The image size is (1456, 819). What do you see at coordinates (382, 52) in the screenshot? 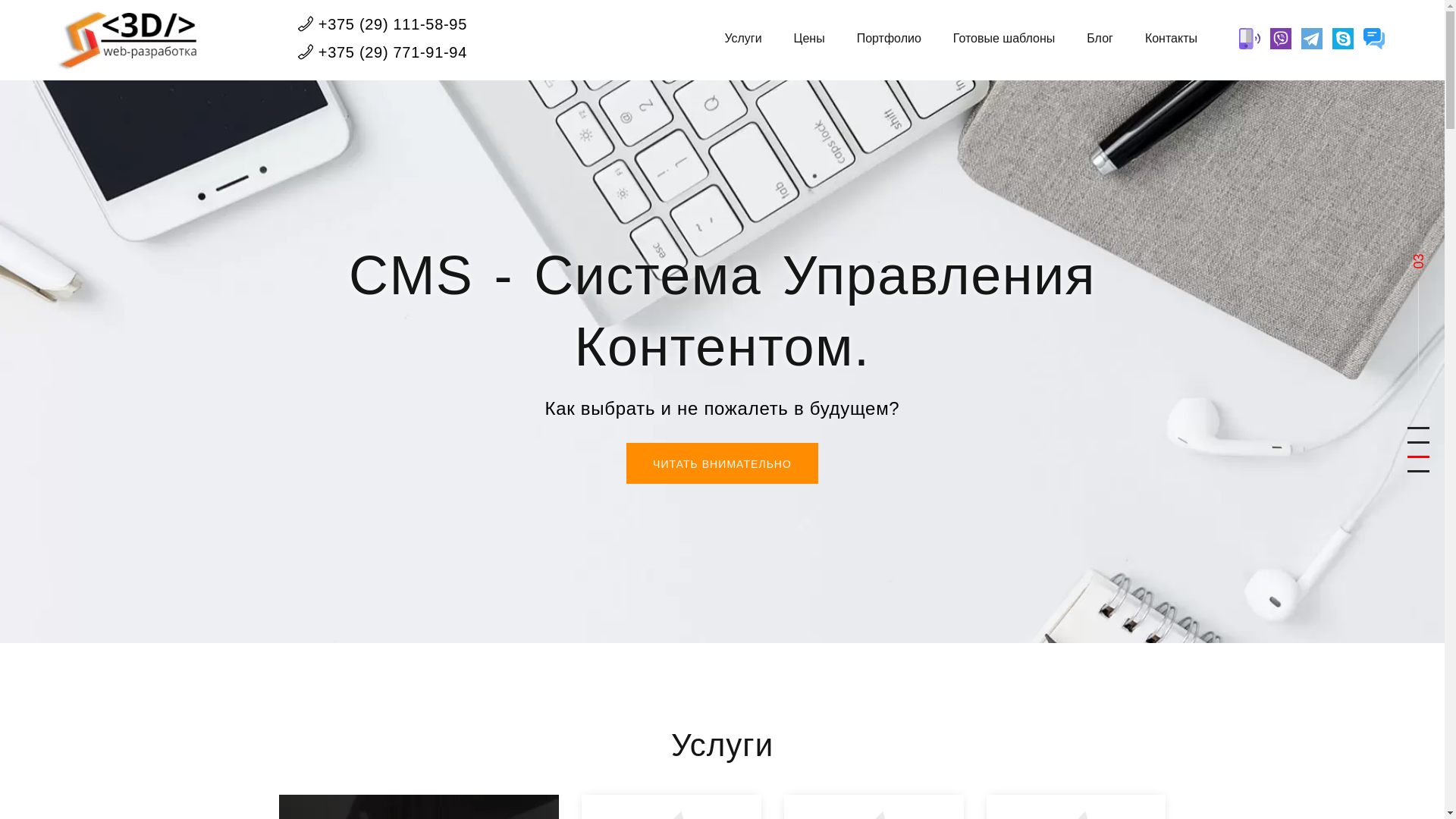
I see `'+375 (29) 771-91-94'` at bounding box center [382, 52].